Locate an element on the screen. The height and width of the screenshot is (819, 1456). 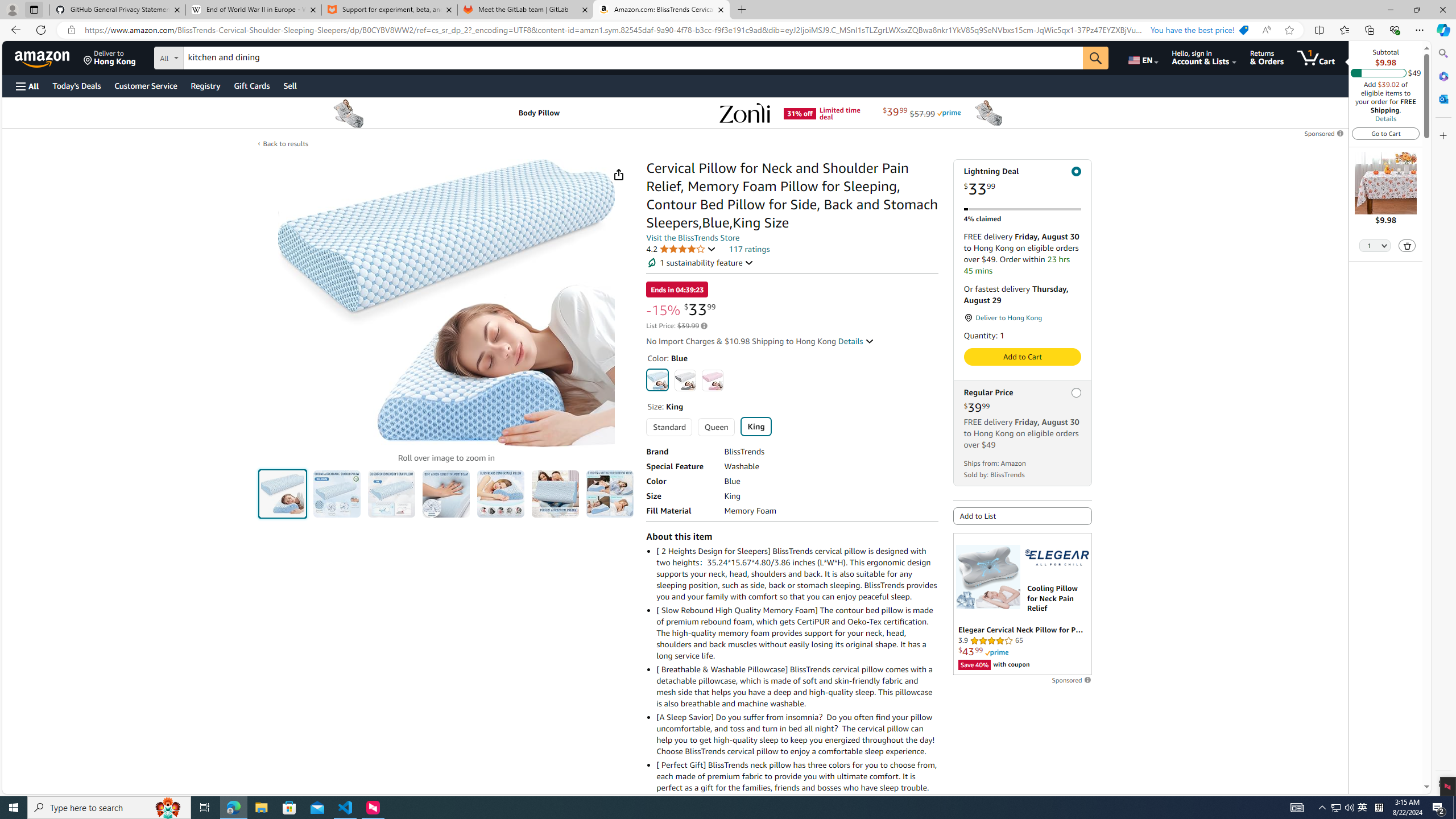
'Standard' is located at coordinates (668, 427).